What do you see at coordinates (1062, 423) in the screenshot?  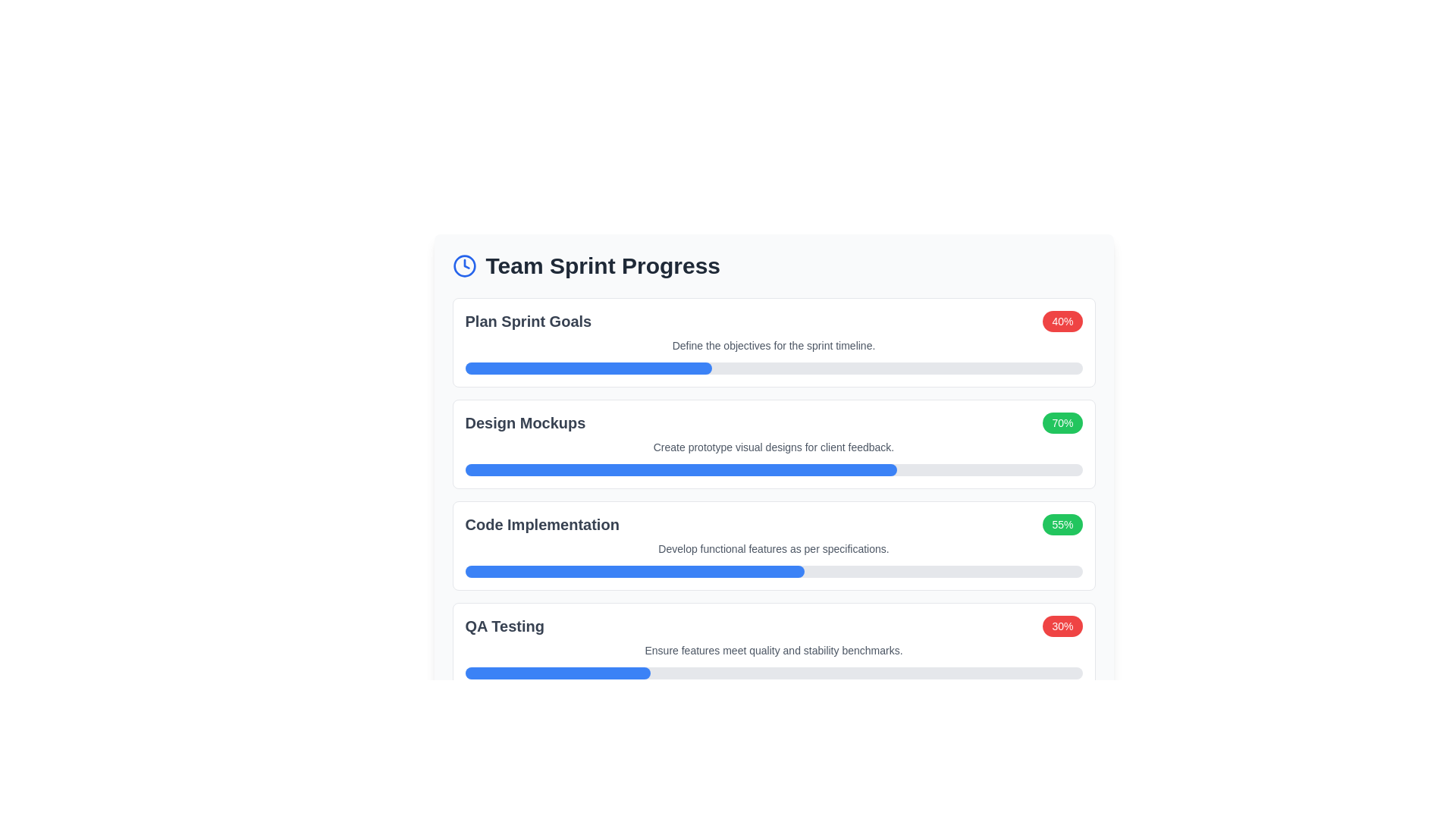 I see `the Progress Indicator displaying '70%' with a green background, located in the 'Design Mockups' row towards the right end` at bounding box center [1062, 423].